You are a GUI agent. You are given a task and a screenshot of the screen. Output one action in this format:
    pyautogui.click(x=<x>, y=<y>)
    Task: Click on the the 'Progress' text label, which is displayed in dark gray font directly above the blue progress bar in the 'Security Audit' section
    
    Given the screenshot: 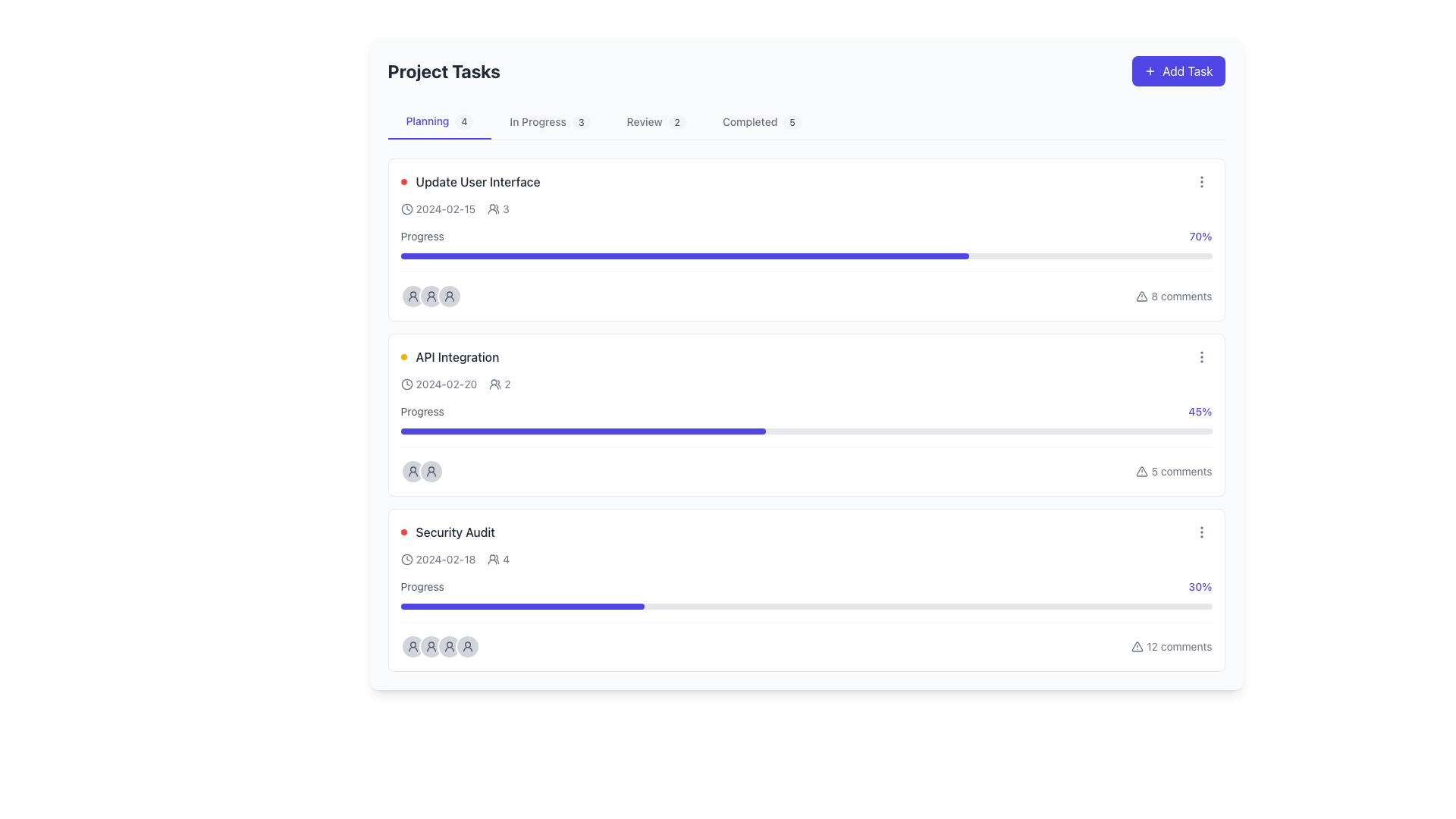 What is the action you would take?
    pyautogui.click(x=422, y=586)
    